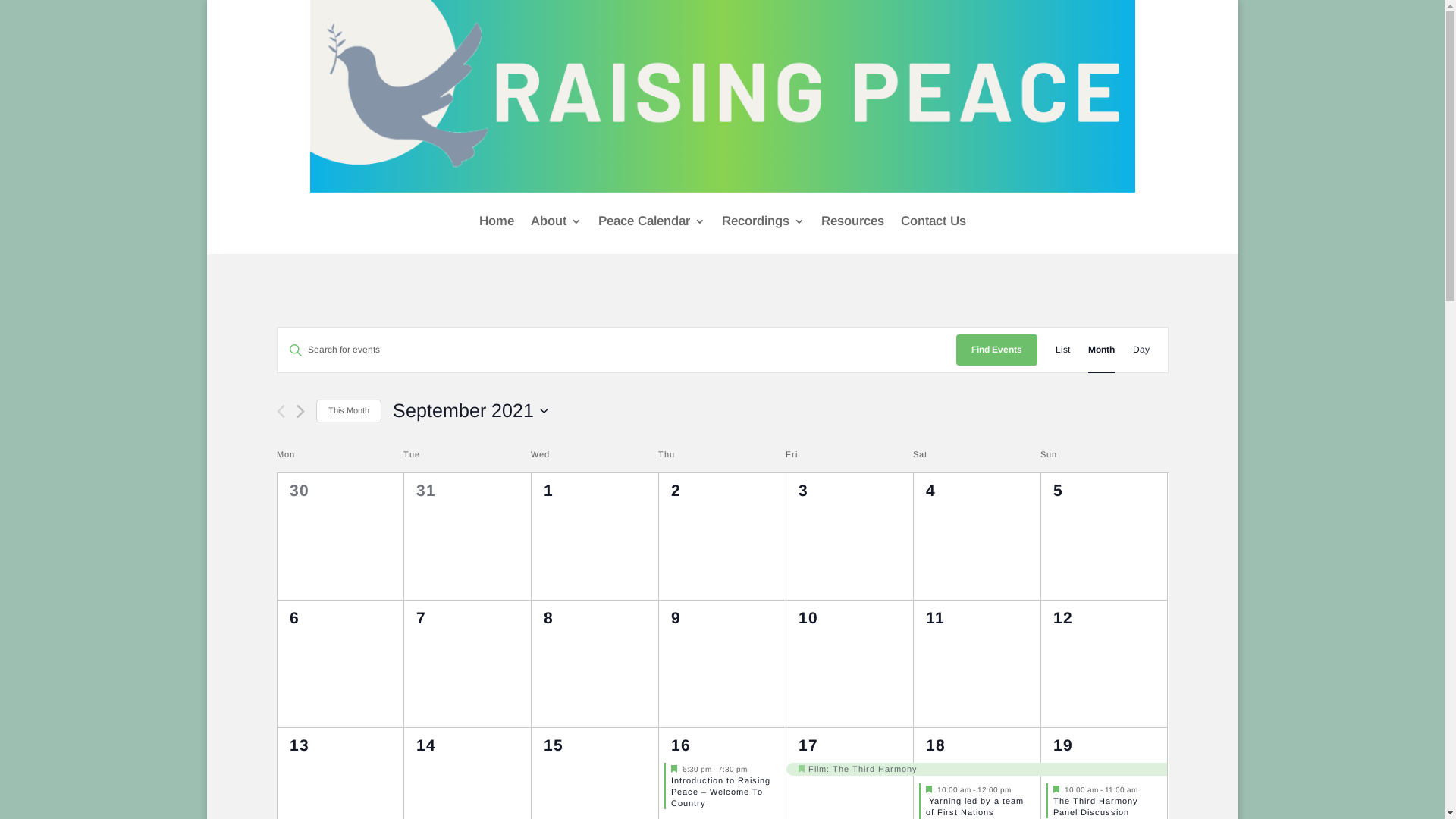 The height and width of the screenshot is (819, 1456). What do you see at coordinates (932, 221) in the screenshot?
I see `'Contact Us'` at bounding box center [932, 221].